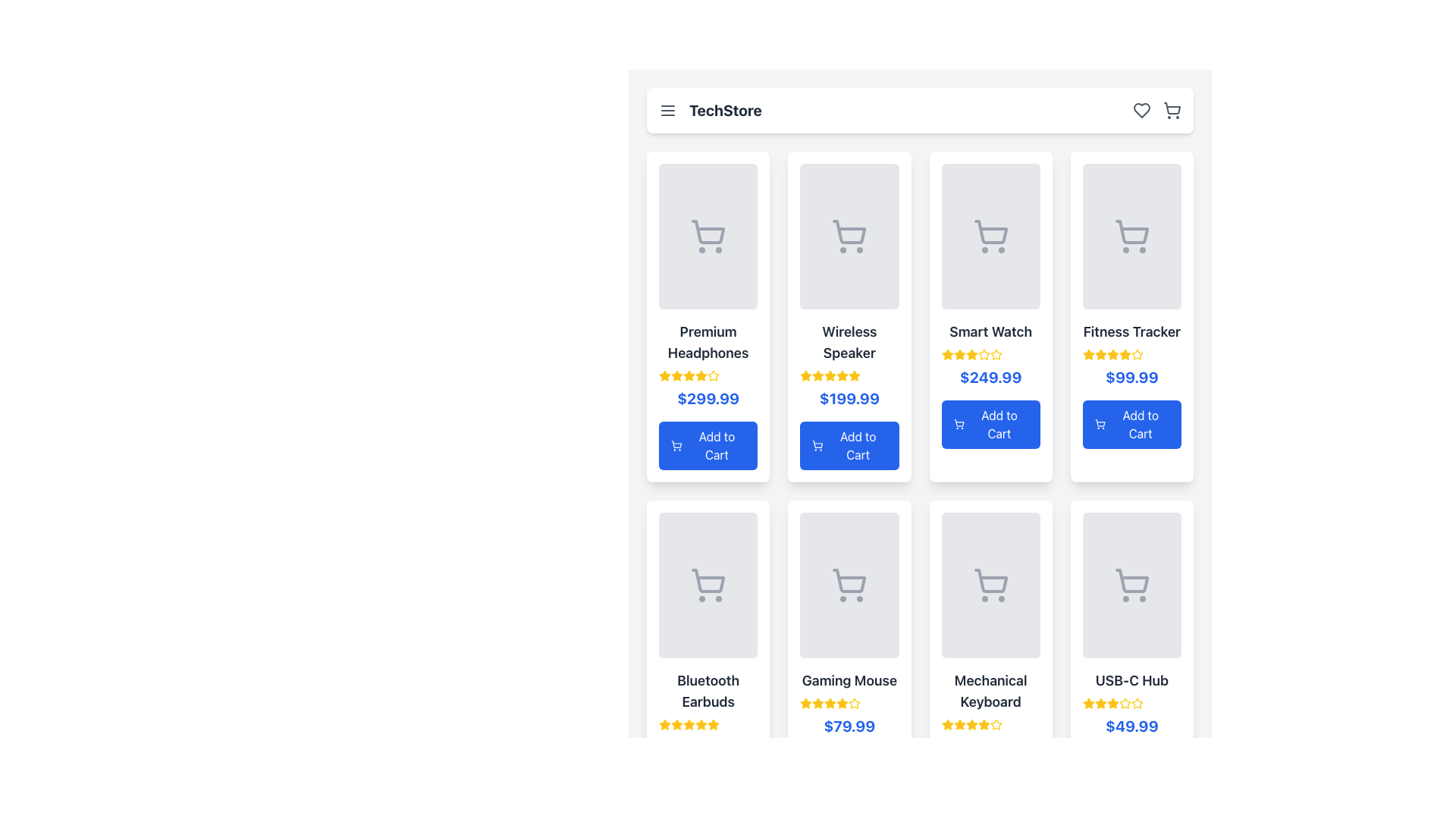  I want to click on the third star icon in the rating component of the 'Smart Watch' product, so click(971, 354).